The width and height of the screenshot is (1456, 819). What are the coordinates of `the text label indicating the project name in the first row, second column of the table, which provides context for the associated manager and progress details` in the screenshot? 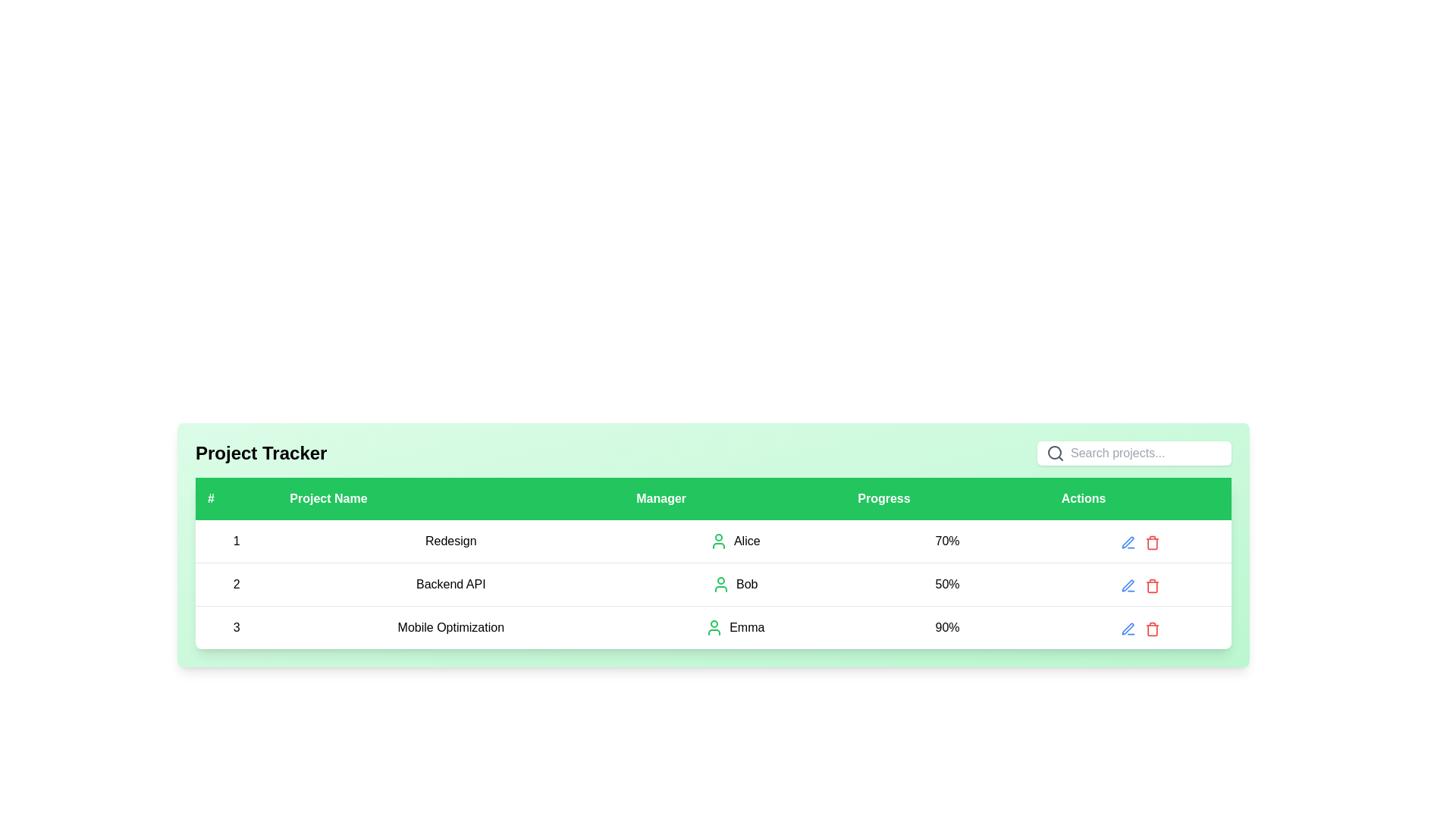 It's located at (450, 541).